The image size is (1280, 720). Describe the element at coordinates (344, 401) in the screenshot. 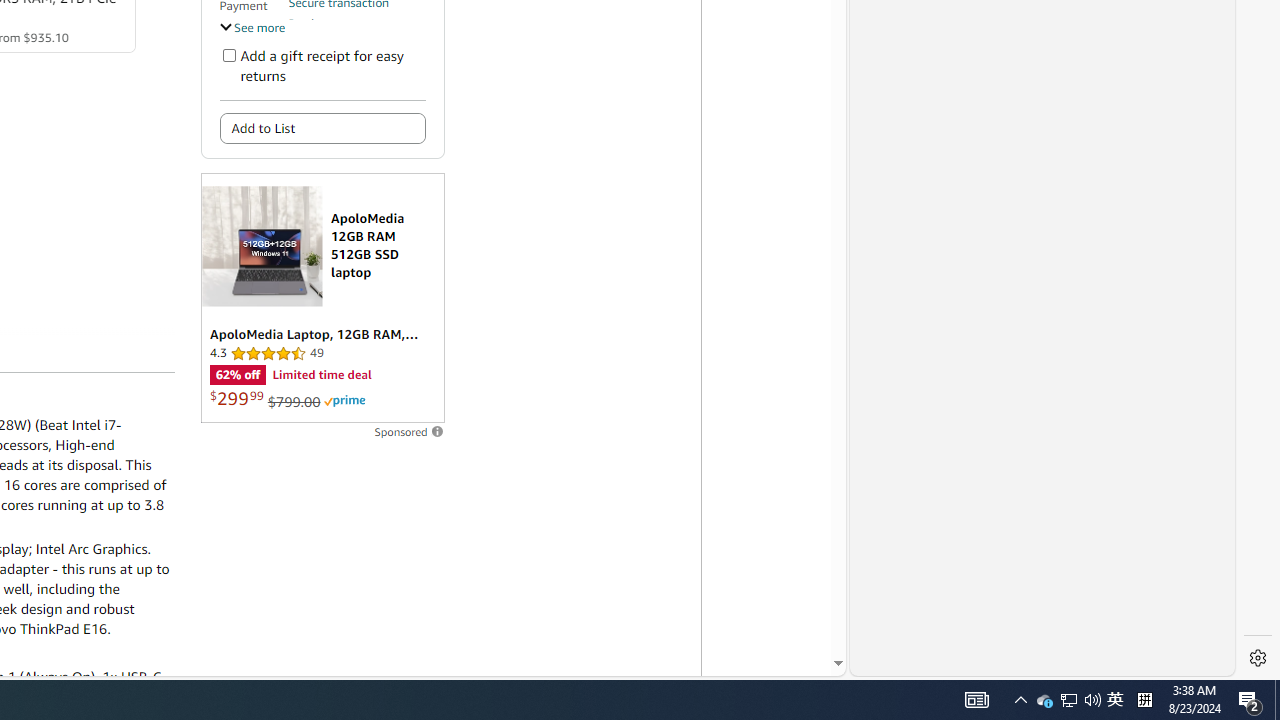

I see `'Prime'` at that location.